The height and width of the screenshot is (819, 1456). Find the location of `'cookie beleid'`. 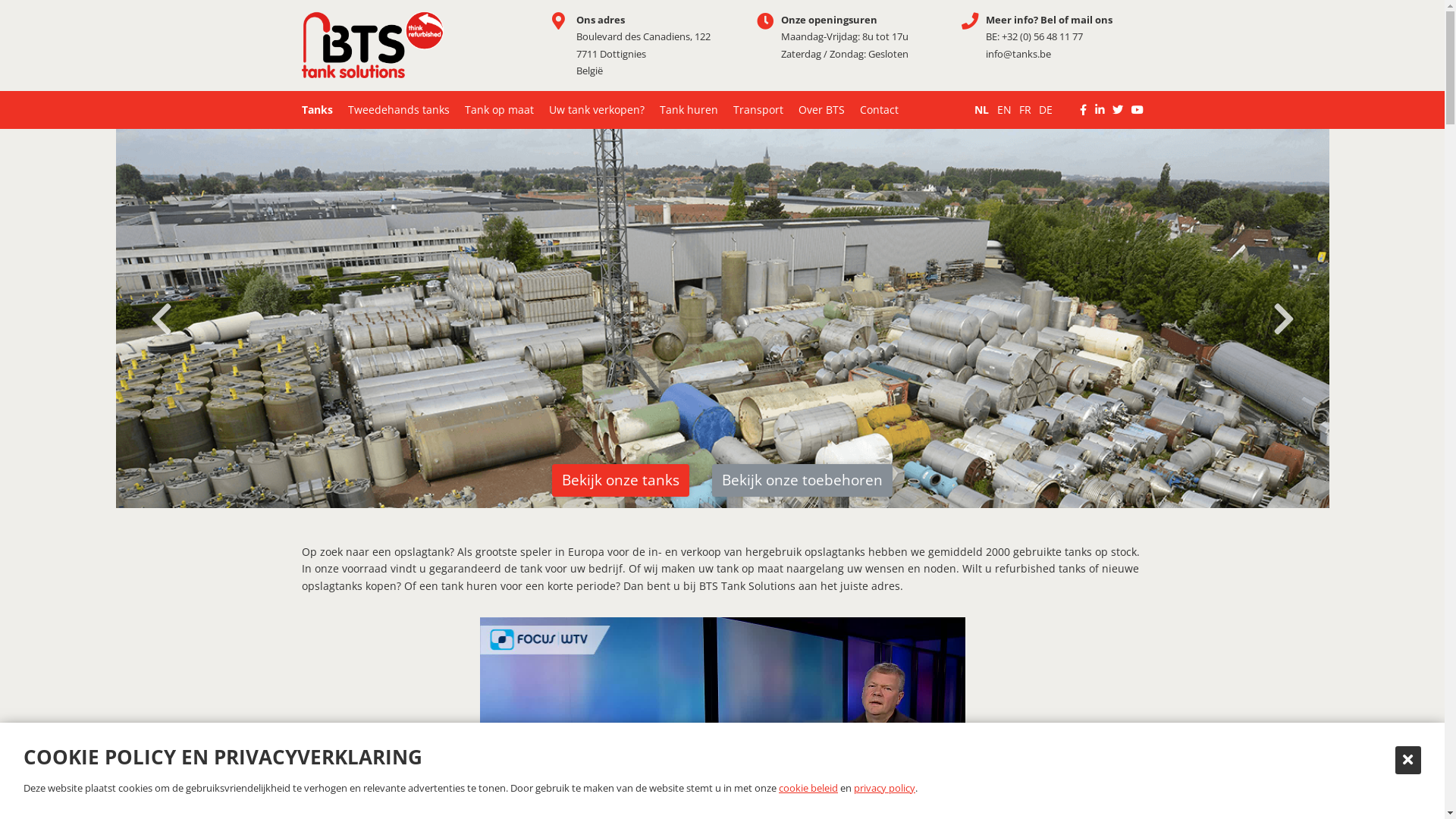

'cookie beleid' is located at coordinates (807, 786).